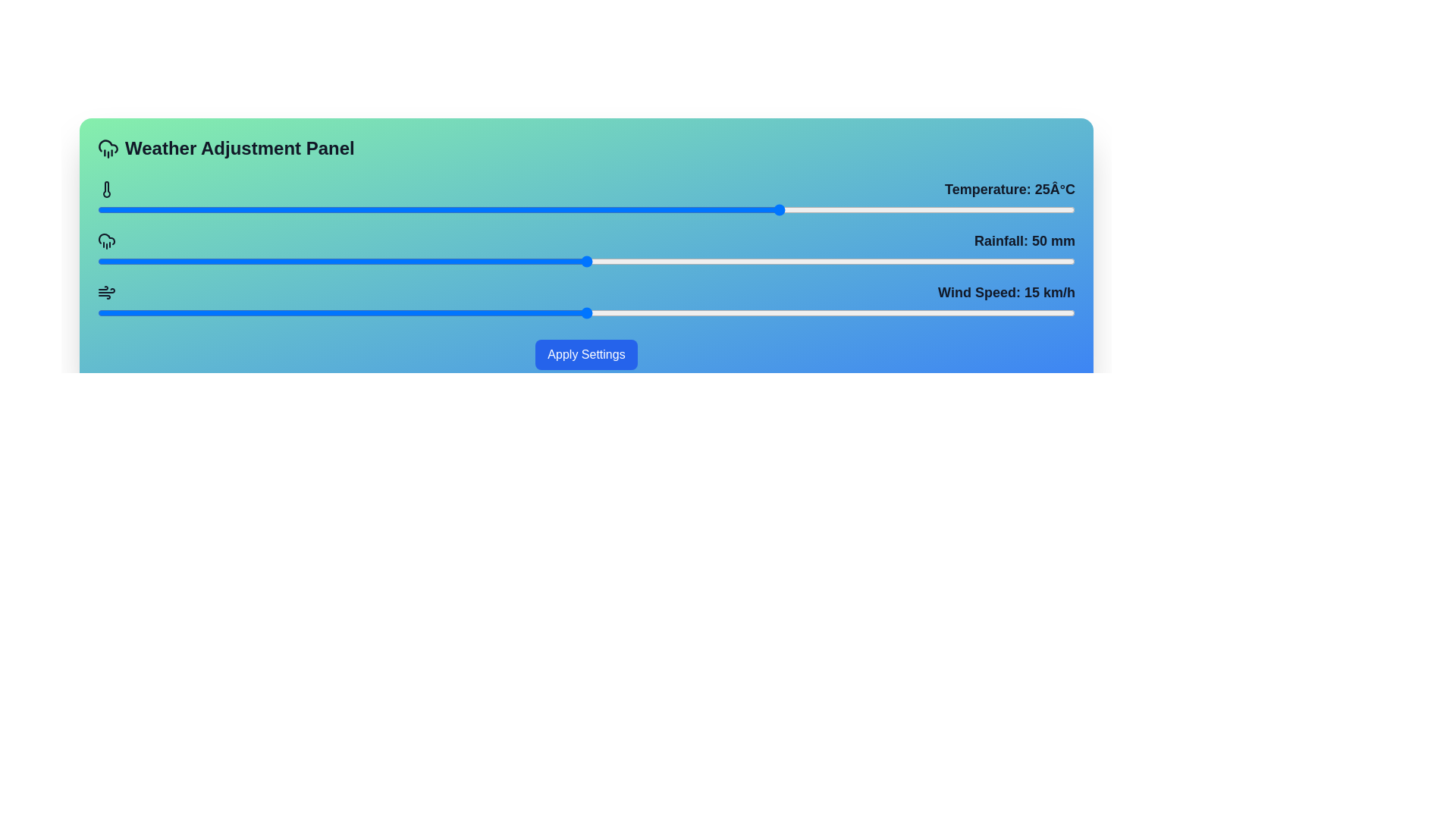  I want to click on the confirm button at the bottom of the Weather Adjustment Panel to apply the adjusted settings for temperature, rainfall, and wind speed, so click(585, 354).